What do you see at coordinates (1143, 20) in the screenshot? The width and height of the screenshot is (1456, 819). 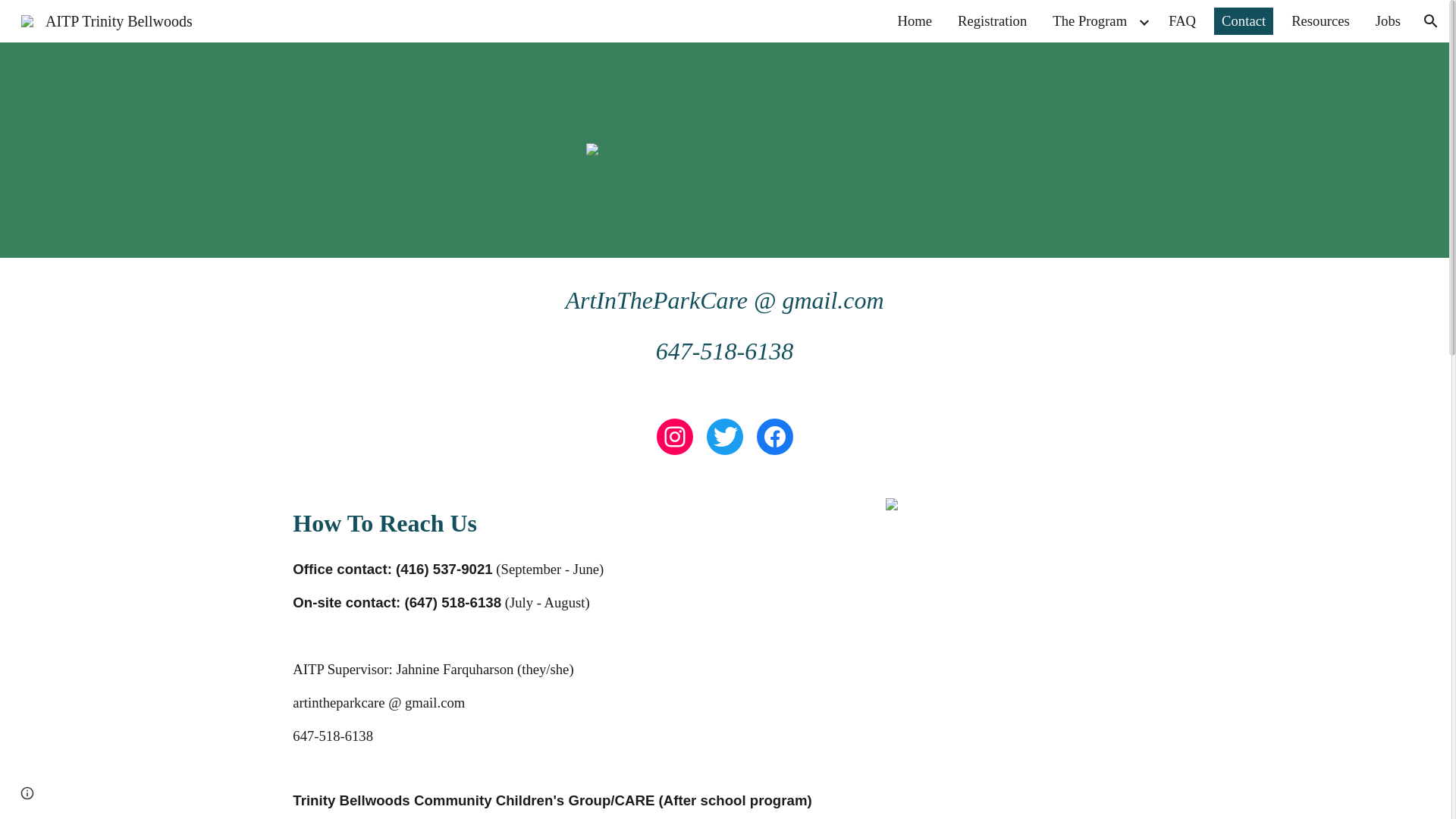 I see `'Expand/Collapse'` at bounding box center [1143, 20].